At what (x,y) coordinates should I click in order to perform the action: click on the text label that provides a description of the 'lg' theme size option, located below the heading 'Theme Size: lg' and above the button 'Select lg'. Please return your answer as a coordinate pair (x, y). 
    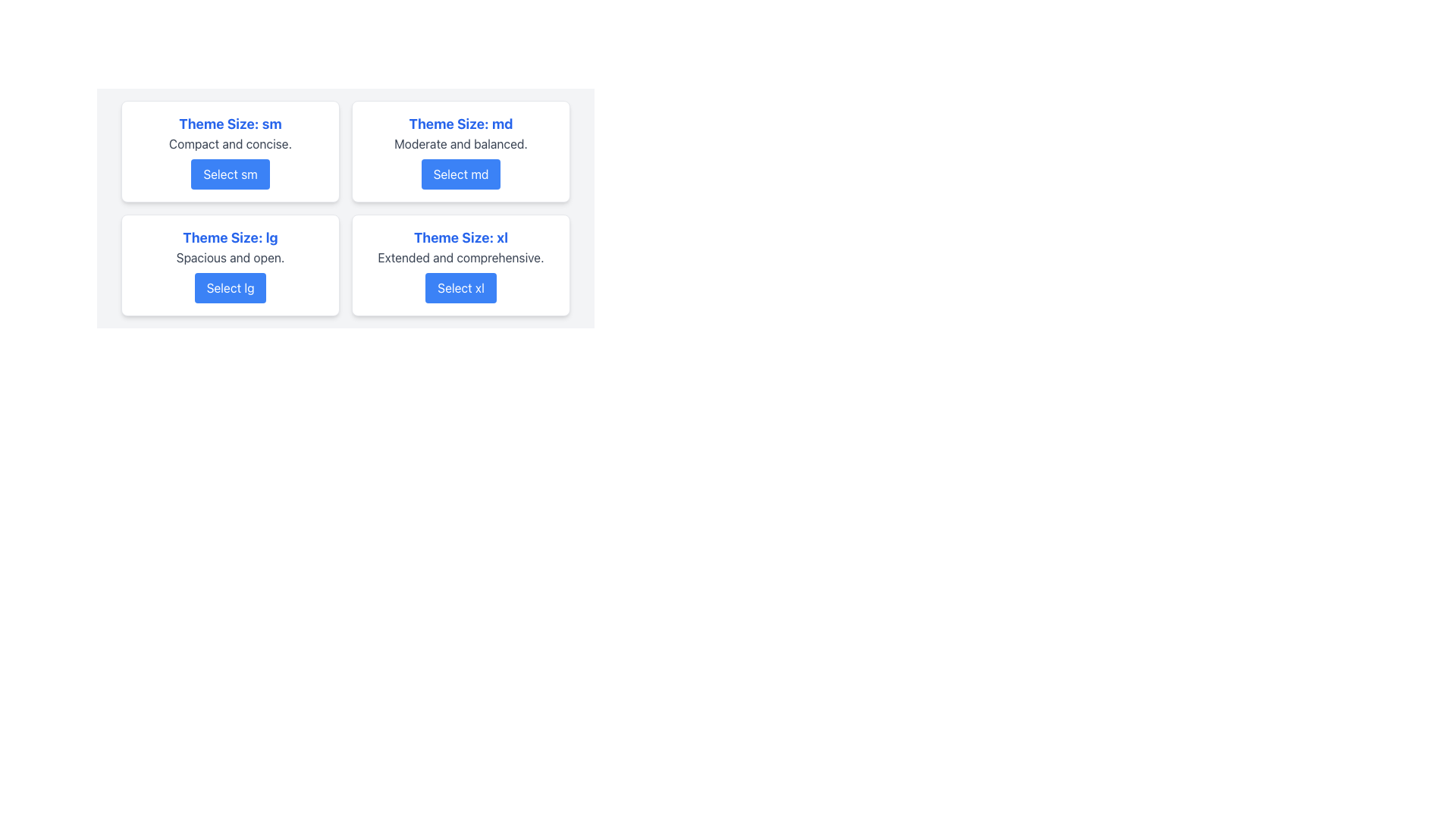
    Looking at the image, I should click on (229, 256).